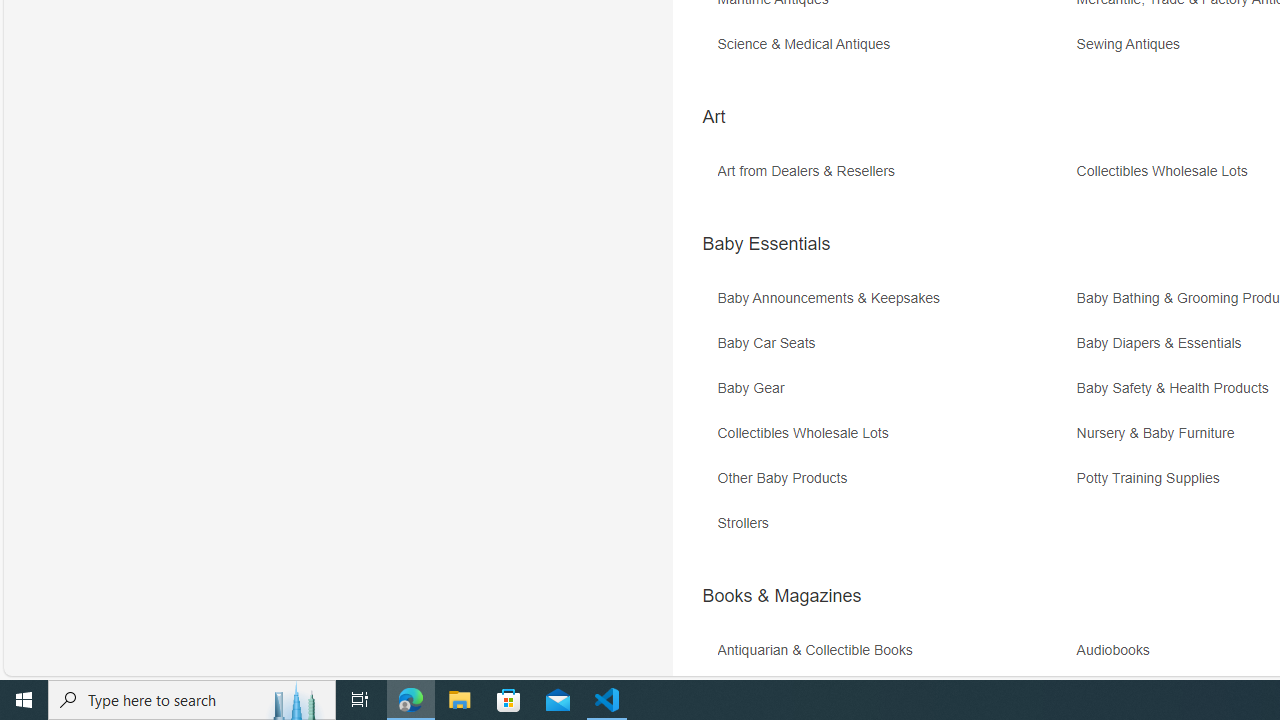 Image resolution: width=1280 pixels, height=720 pixels. Describe the element at coordinates (1133, 44) in the screenshot. I see `'Sewing Antiques'` at that location.